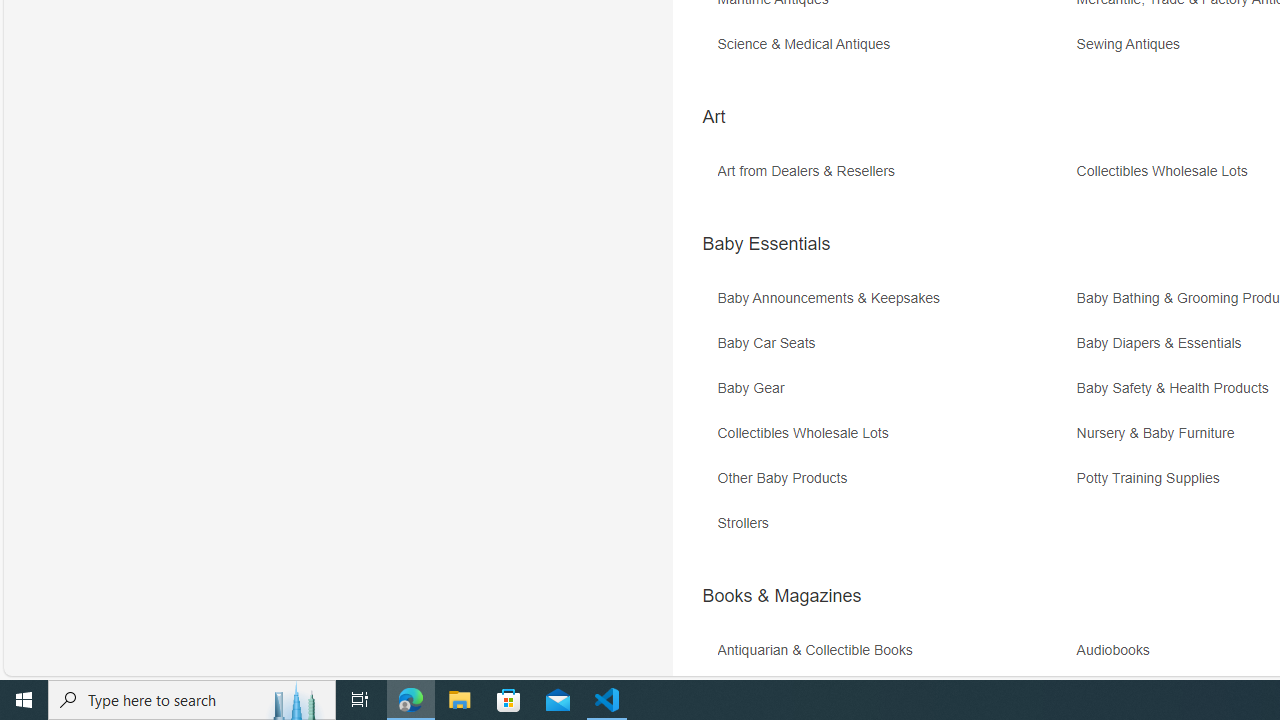 Image resolution: width=1280 pixels, height=720 pixels. Describe the element at coordinates (1133, 44) in the screenshot. I see `'Sewing Antiques'` at that location.